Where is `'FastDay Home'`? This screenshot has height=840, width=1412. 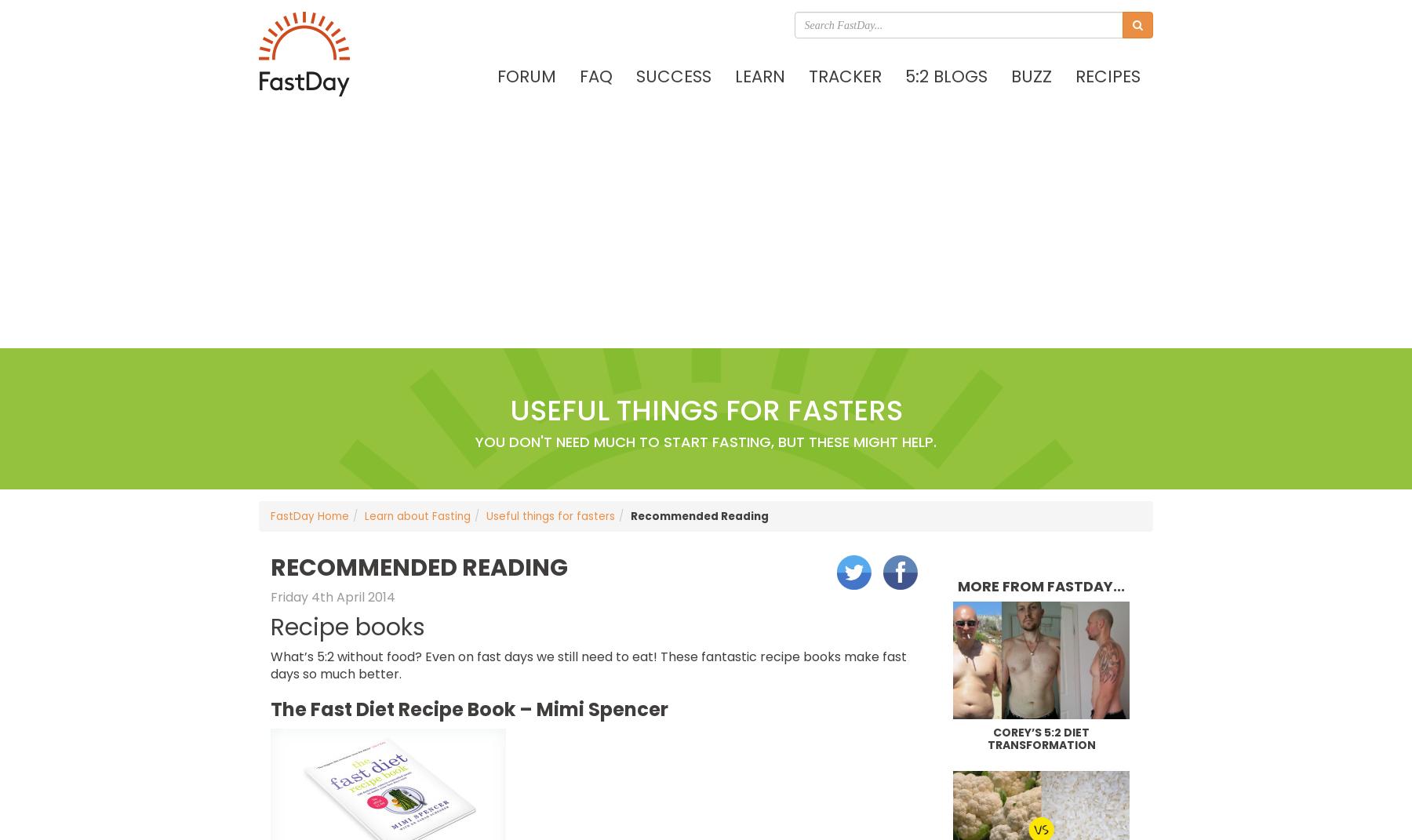
'FastDay Home' is located at coordinates (309, 515).